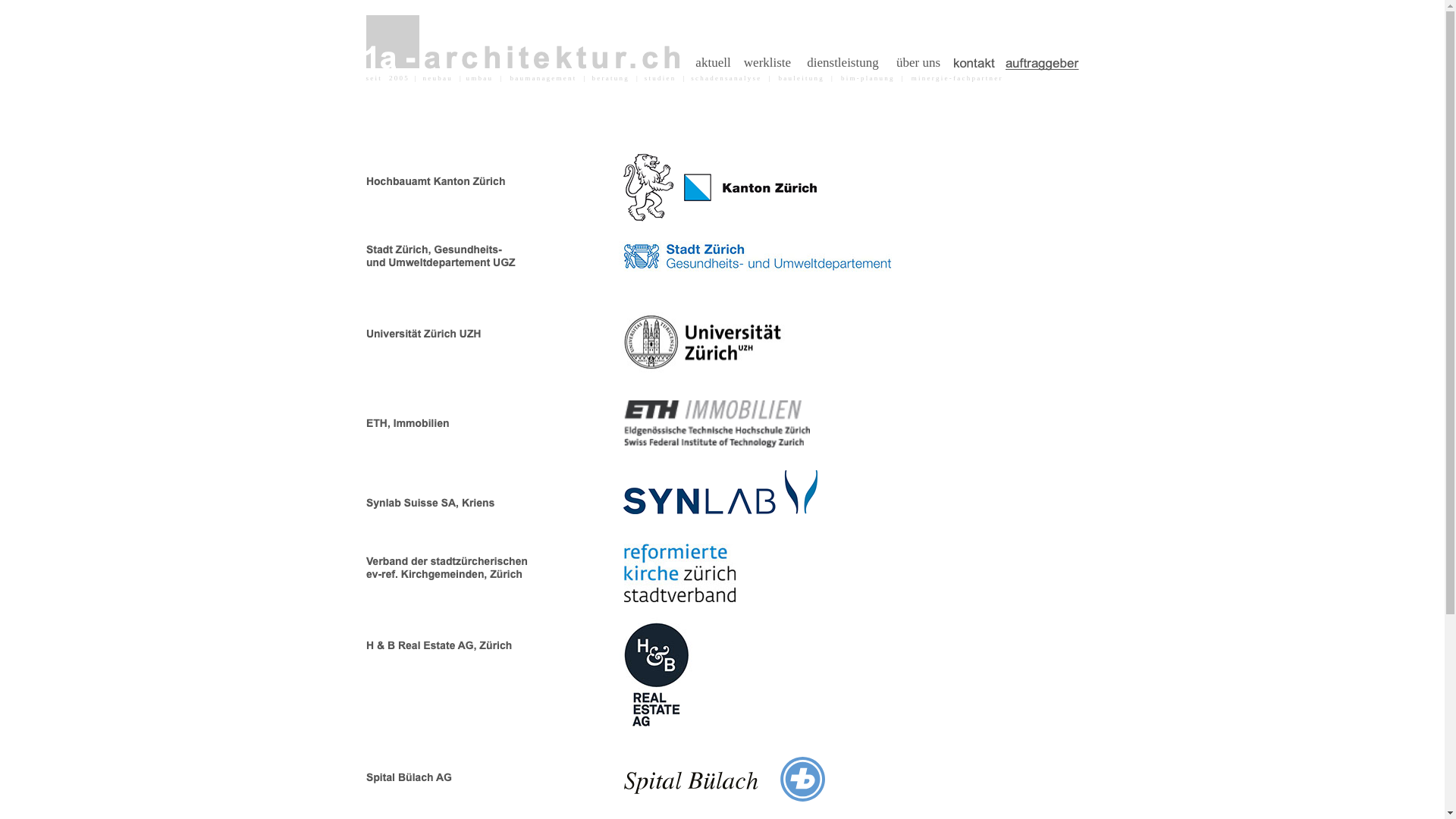 This screenshot has height=819, width=1456. What do you see at coordinates (767, 62) in the screenshot?
I see `'werkliste'` at bounding box center [767, 62].